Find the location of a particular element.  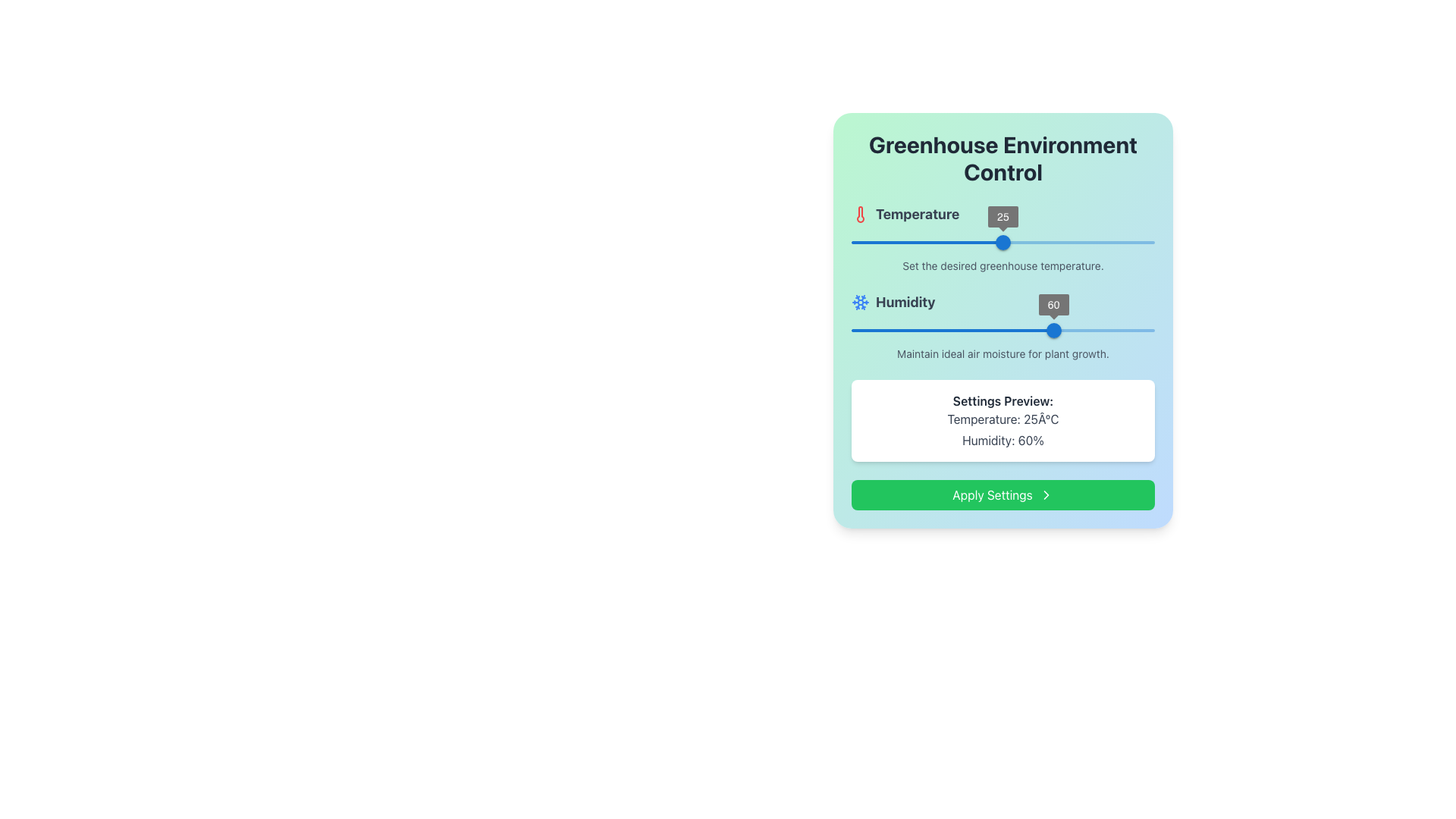

the red vertical bar thermometer segment located next to the 'Temperature' slider label in the top left section of the interface is located at coordinates (860, 214).